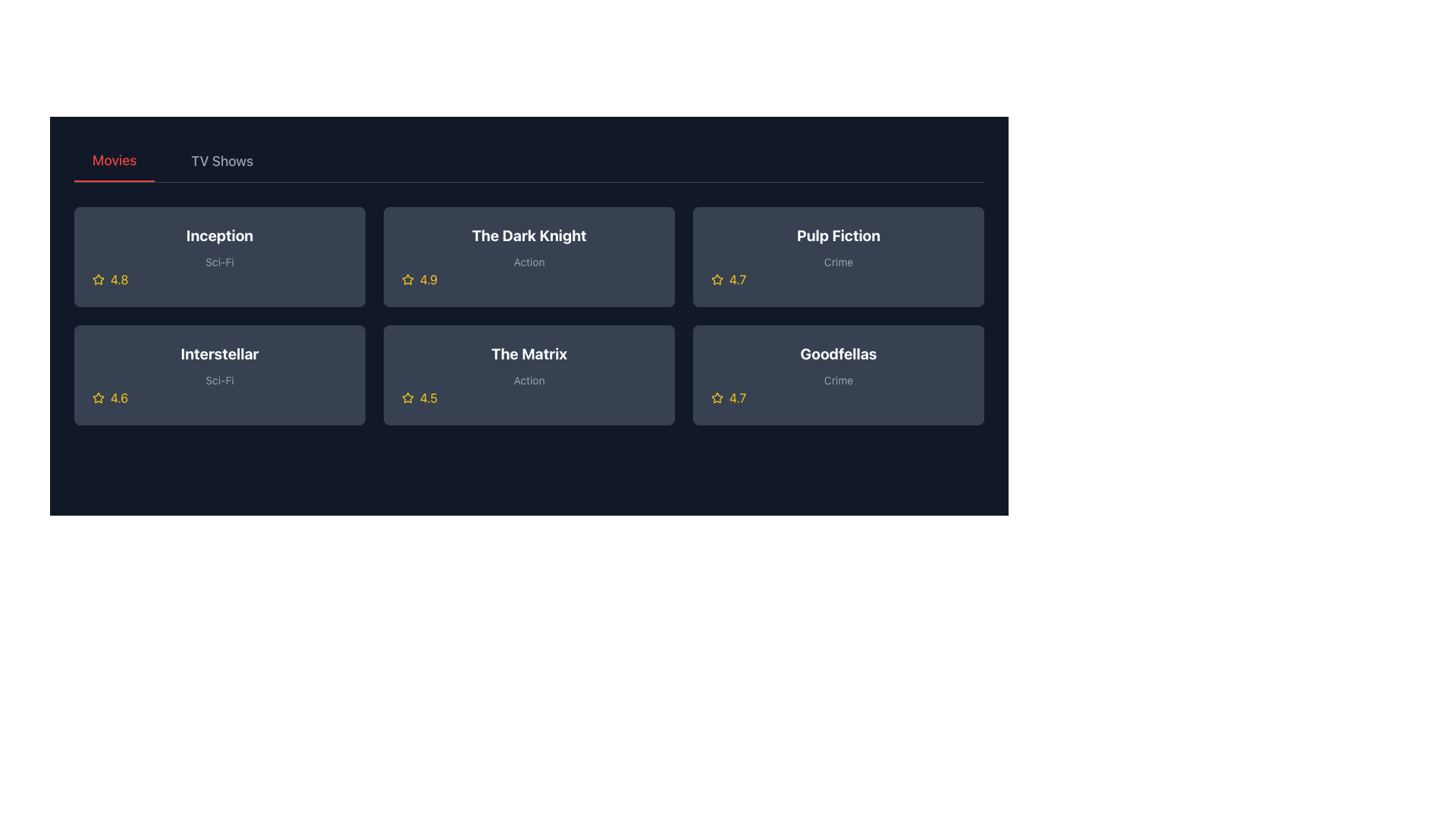 The image size is (1456, 819). What do you see at coordinates (837, 280) in the screenshot?
I see `the card displaying the movie 'Pulp Fiction', located in the third card of the top row, under the title and genre` at bounding box center [837, 280].